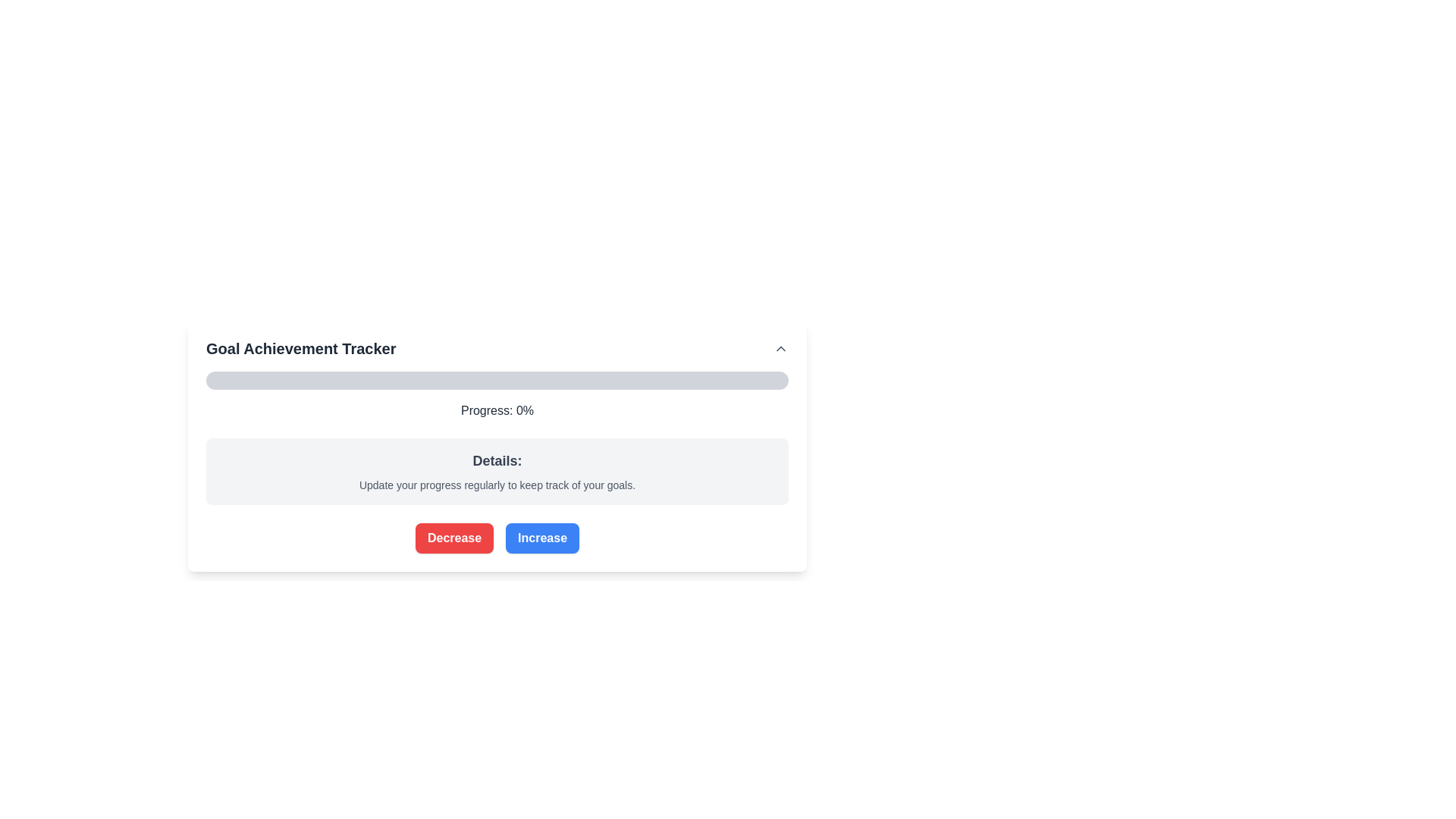  I want to click on the Progress Bar located in the 'Goal Achievement Tracker' section, which is a horizontally elongated gray bar with a green part indicating progress, so click(497, 379).